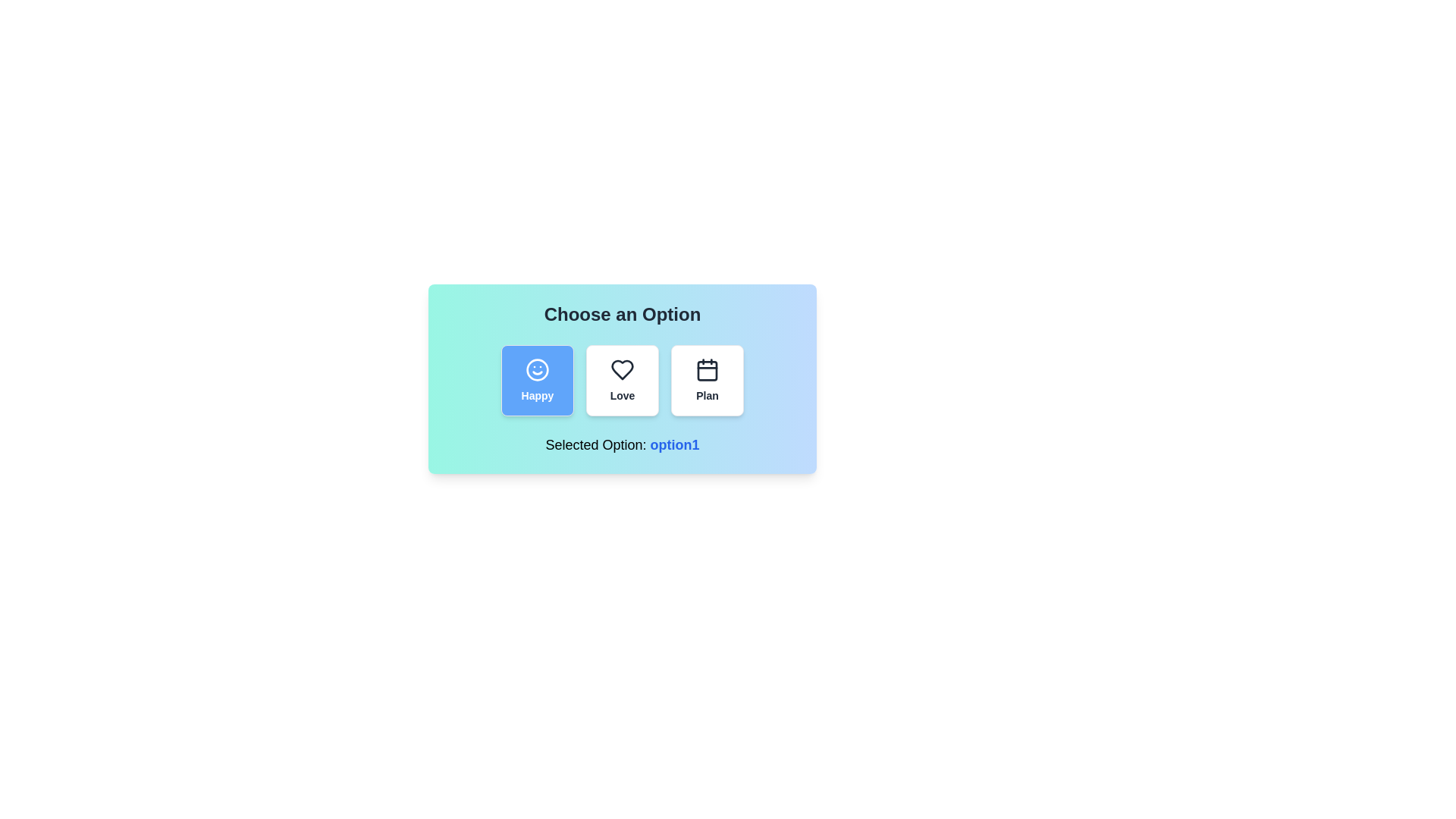 The image size is (1456, 819). I want to click on the heart graphic icon, so click(622, 370).